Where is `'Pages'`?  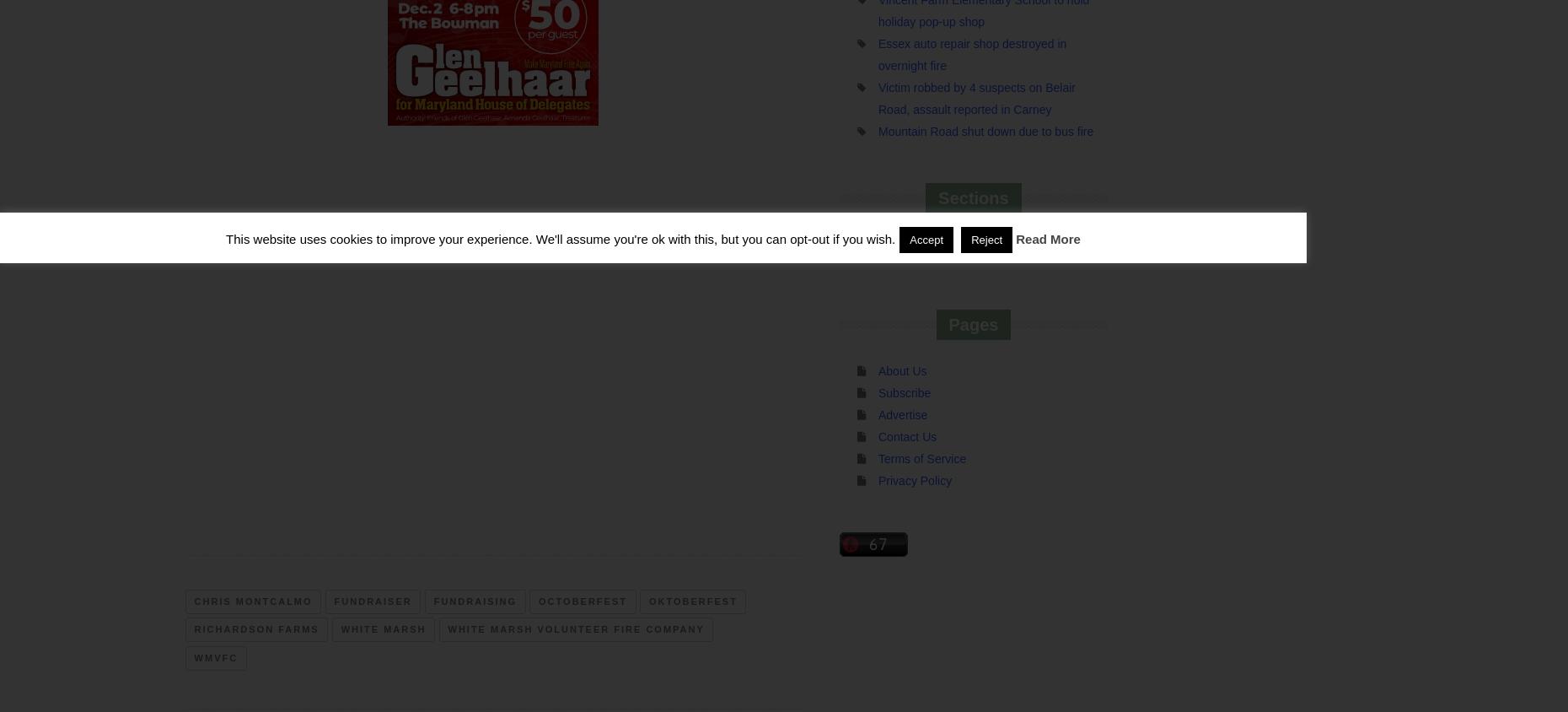
'Pages' is located at coordinates (972, 324).